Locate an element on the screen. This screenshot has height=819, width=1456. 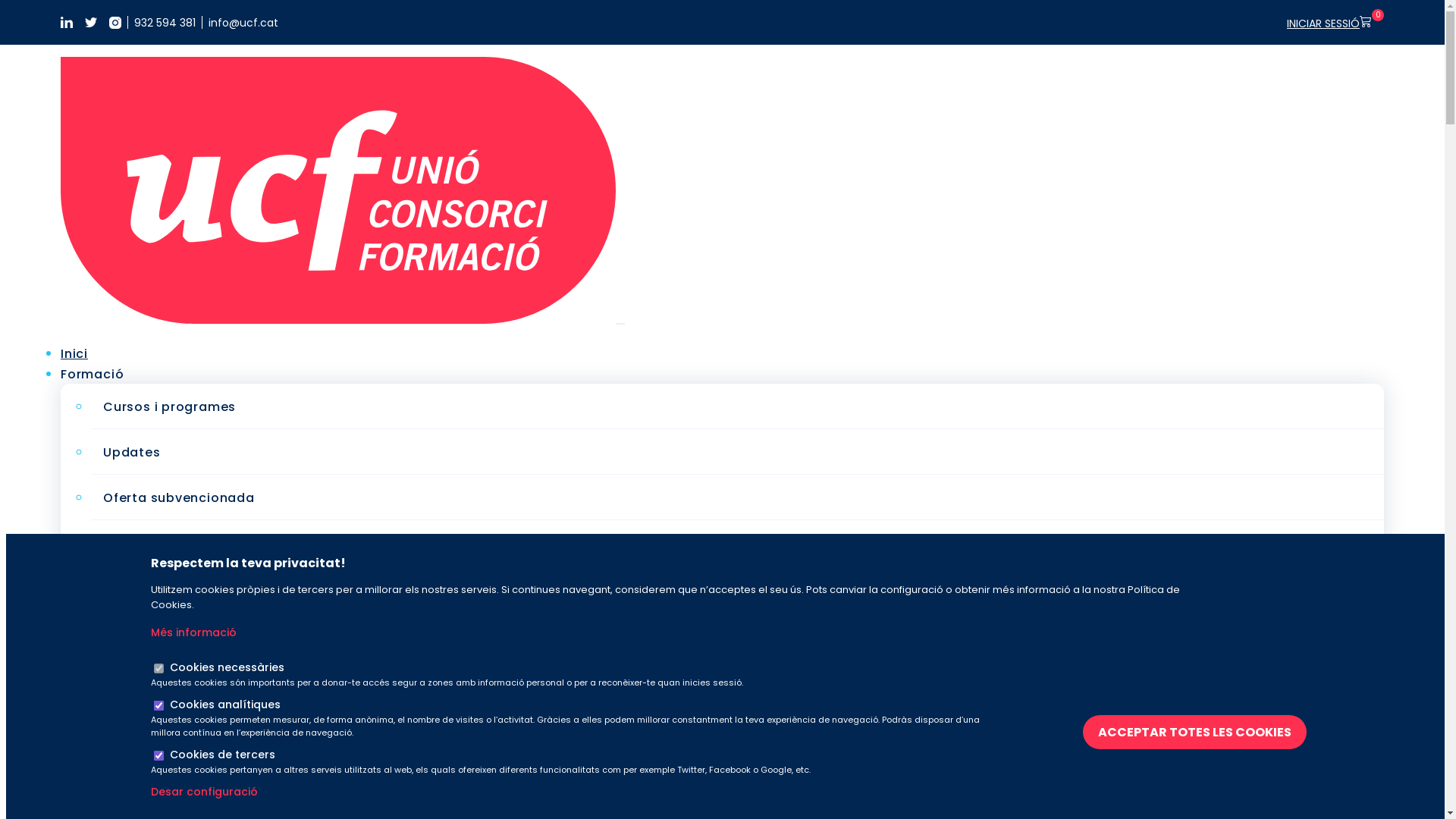
'Inici' is located at coordinates (73, 353).